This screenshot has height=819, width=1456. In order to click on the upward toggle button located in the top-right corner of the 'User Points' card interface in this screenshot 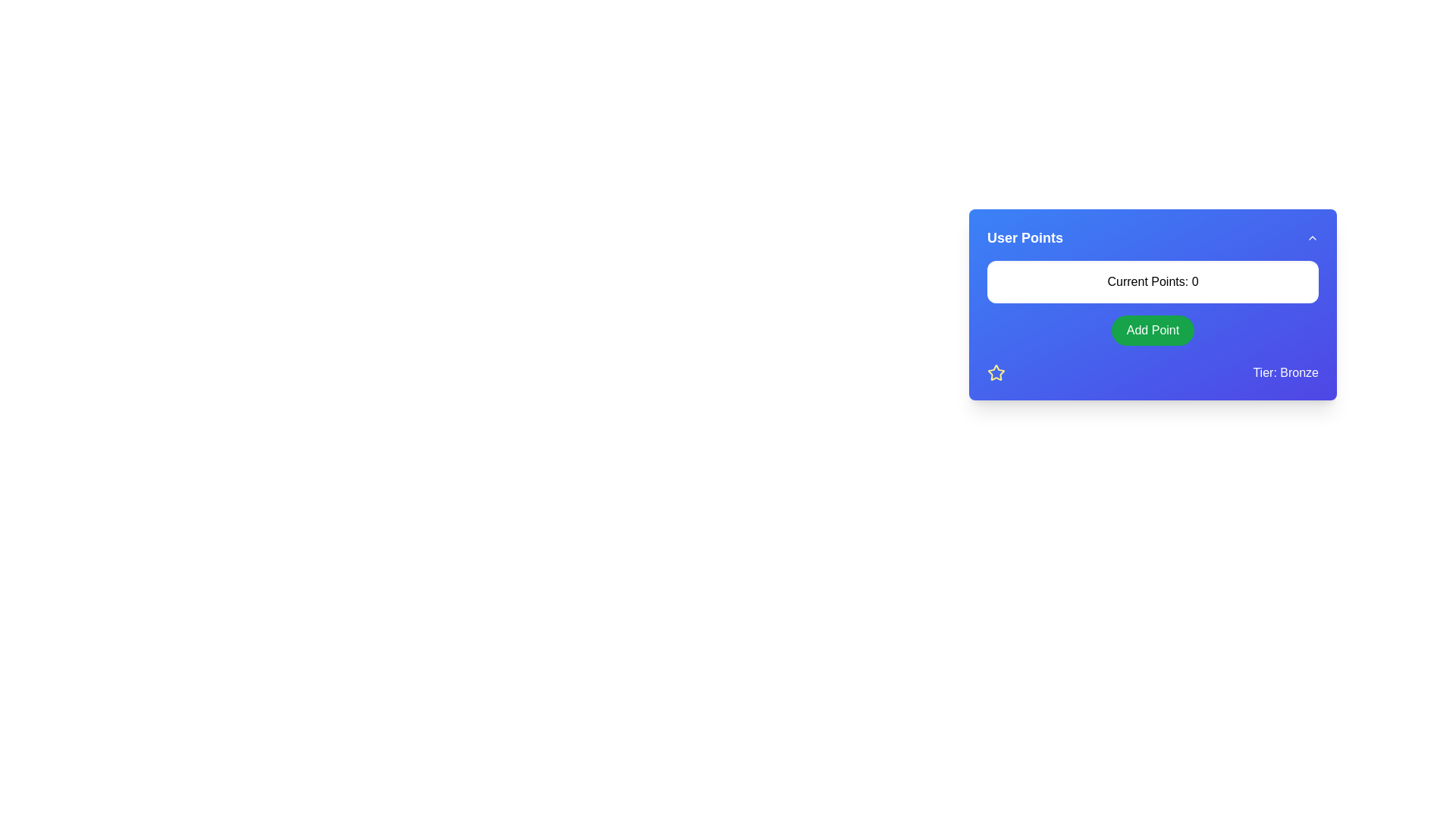, I will do `click(1312, 237)`.